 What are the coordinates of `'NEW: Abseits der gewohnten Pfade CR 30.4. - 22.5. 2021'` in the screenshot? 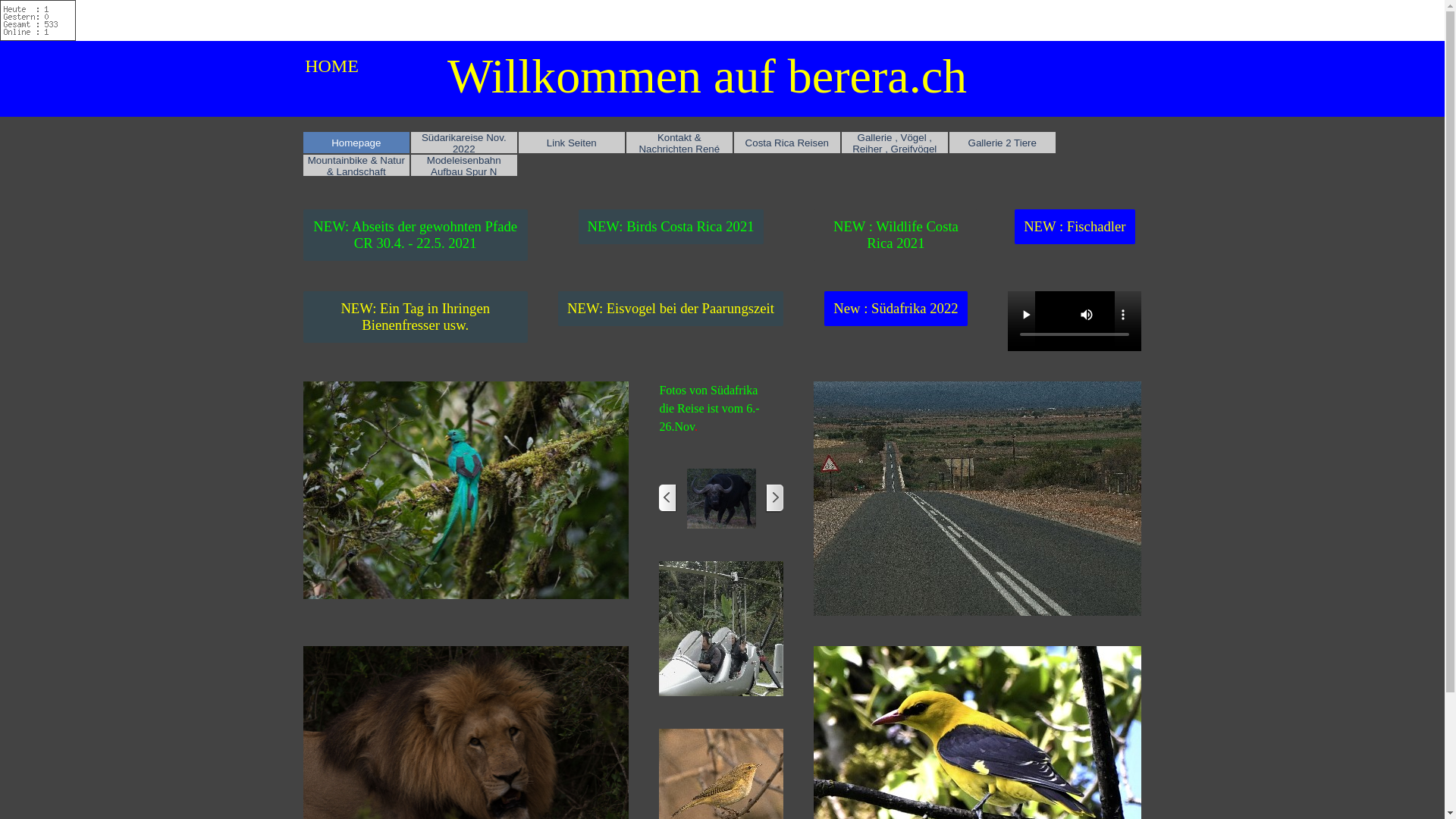 It's located at (415, 234).